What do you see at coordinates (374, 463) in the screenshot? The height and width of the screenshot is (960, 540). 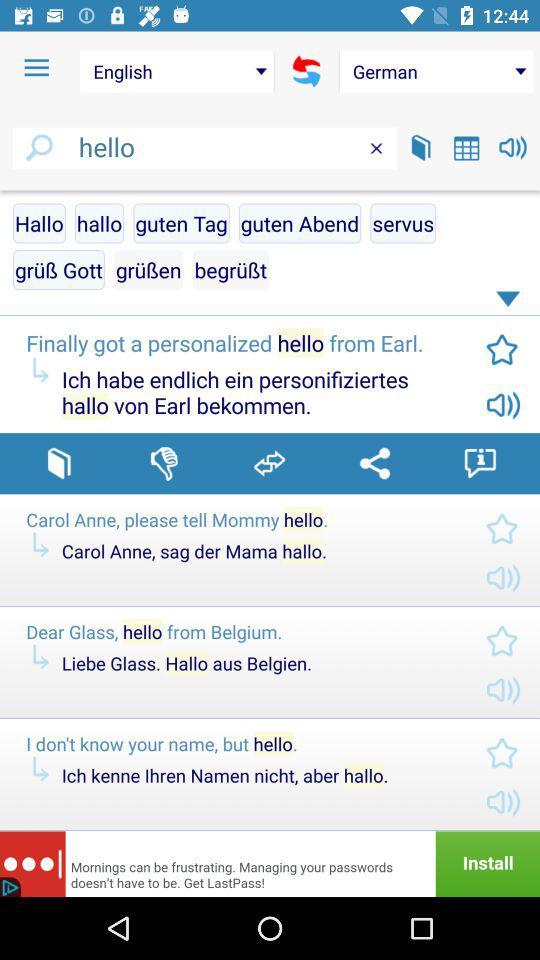 I see `share` at bounding box center [374, 463].